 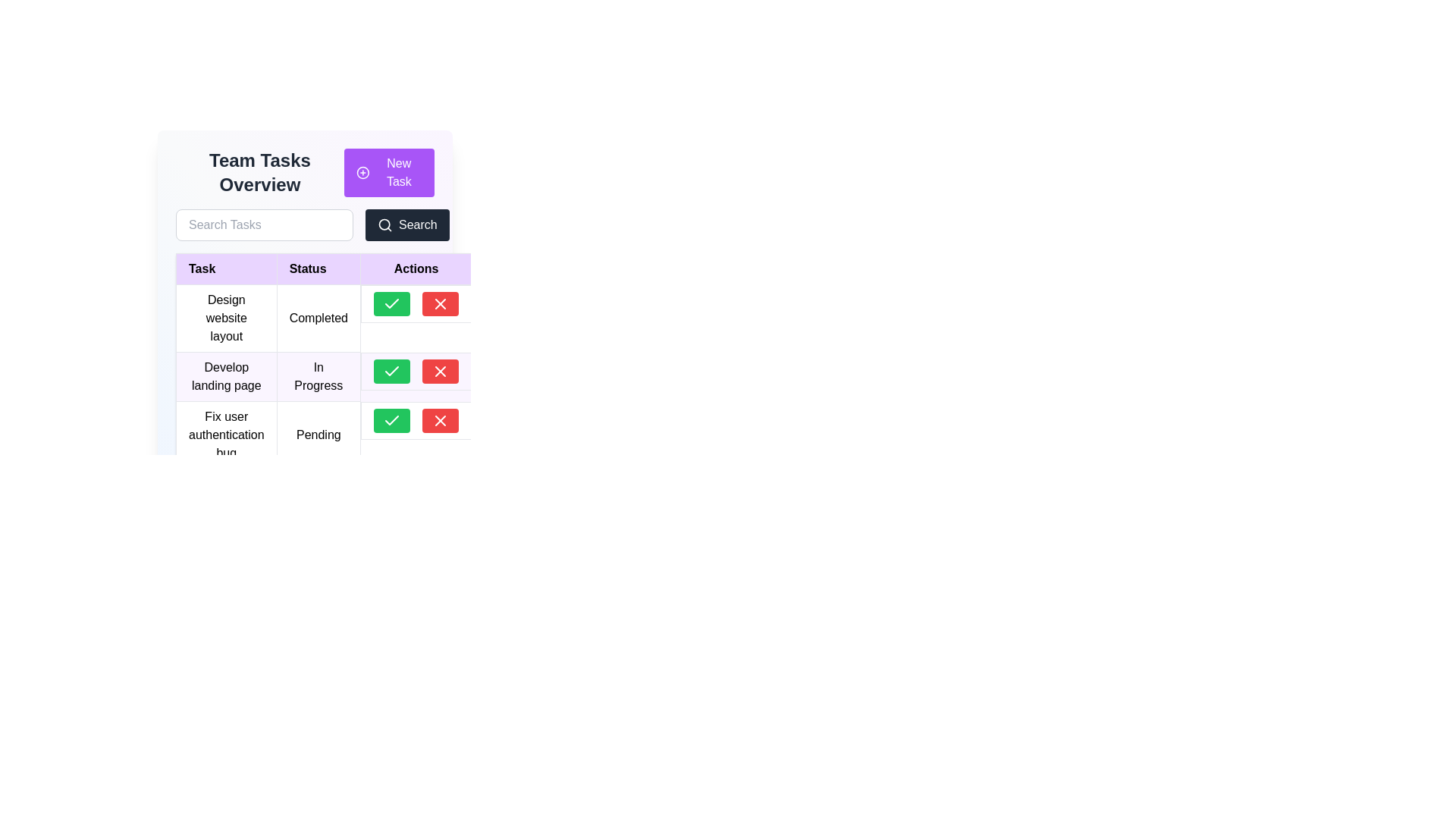 What do you see at coordinates (362, 171) in the screenshot?
I see `the circular outline of the icon within the top purple 'New Task' button, which is located beside the 'Search' button` at bounding box center [362, 171].